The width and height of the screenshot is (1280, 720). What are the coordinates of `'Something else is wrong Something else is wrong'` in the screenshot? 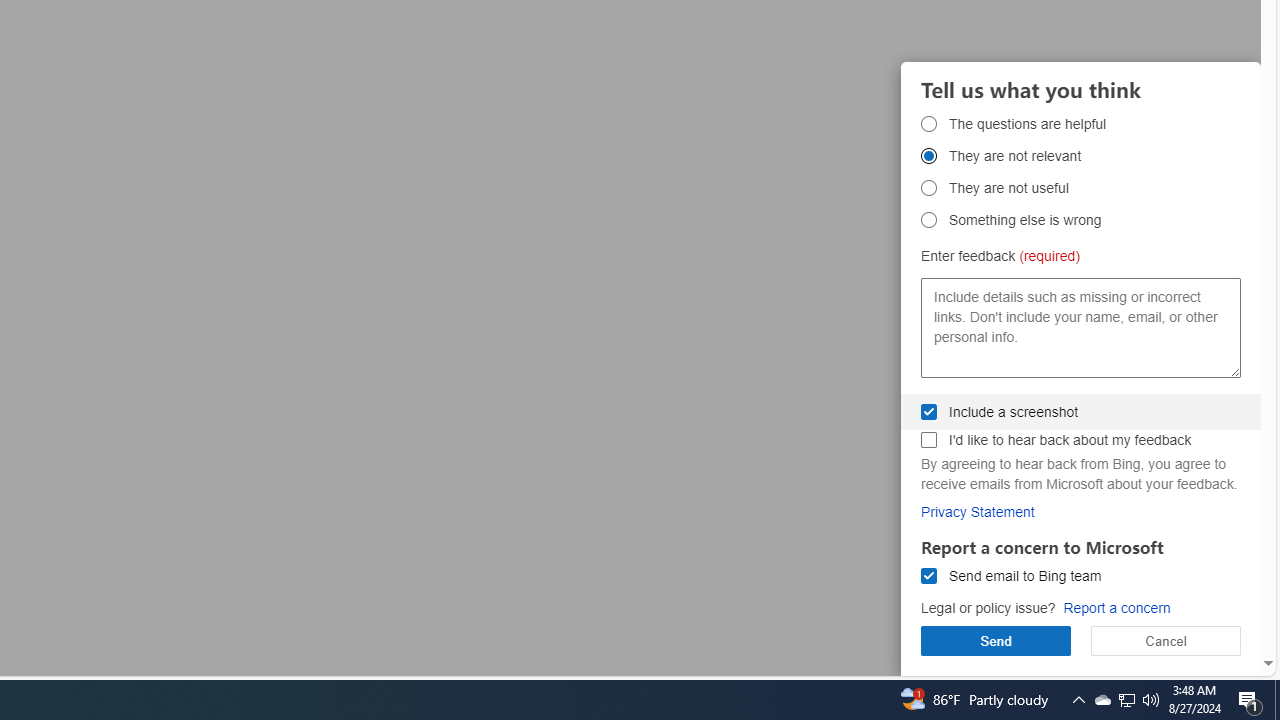 It's located at (928, 219).